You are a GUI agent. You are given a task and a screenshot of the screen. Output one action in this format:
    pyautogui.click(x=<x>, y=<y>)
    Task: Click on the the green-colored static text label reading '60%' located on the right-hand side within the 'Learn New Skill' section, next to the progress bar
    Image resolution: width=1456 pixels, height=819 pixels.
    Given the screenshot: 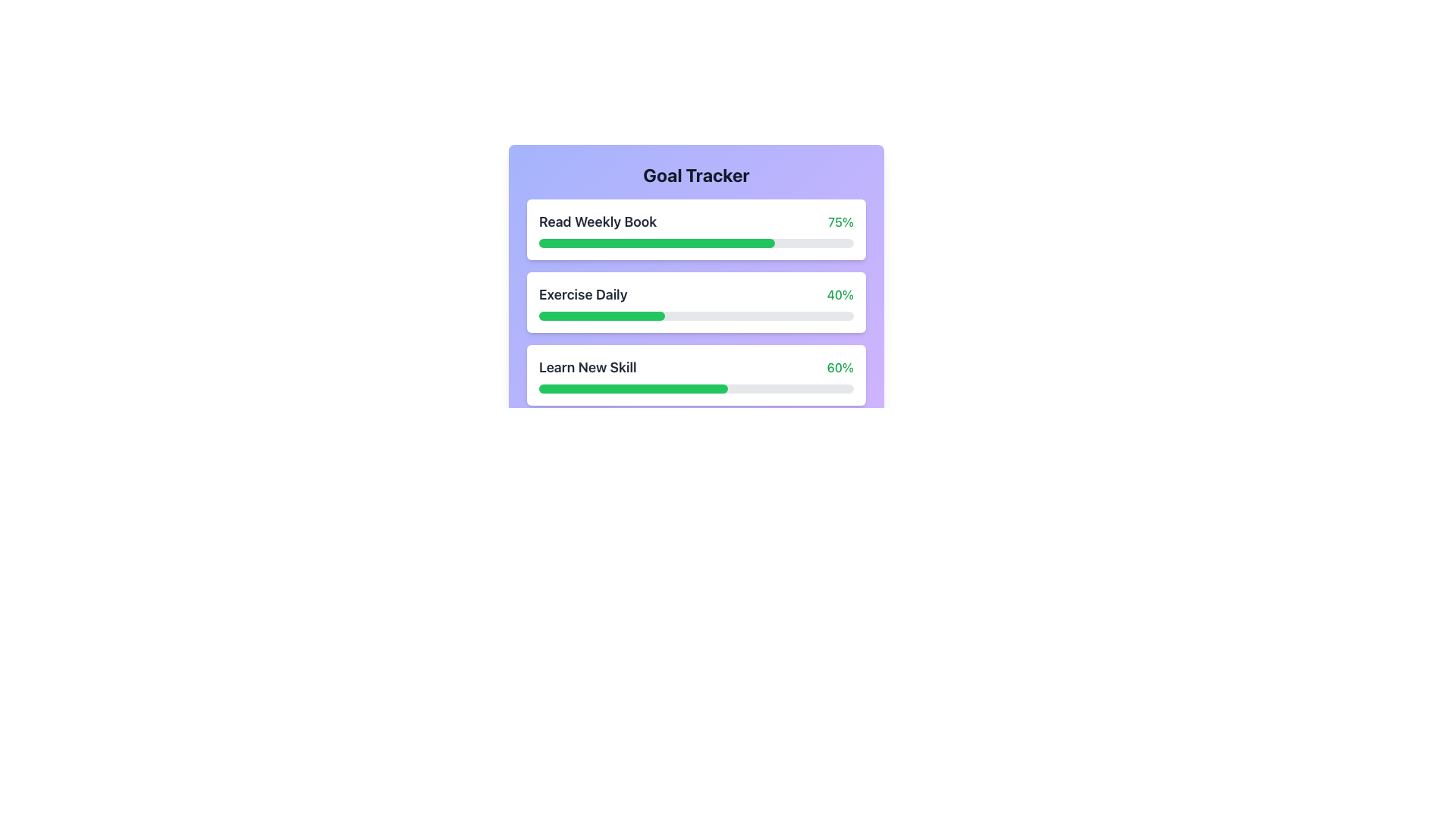 What is the action you would take?
    pyautogui.click(x=839, y=368)
    